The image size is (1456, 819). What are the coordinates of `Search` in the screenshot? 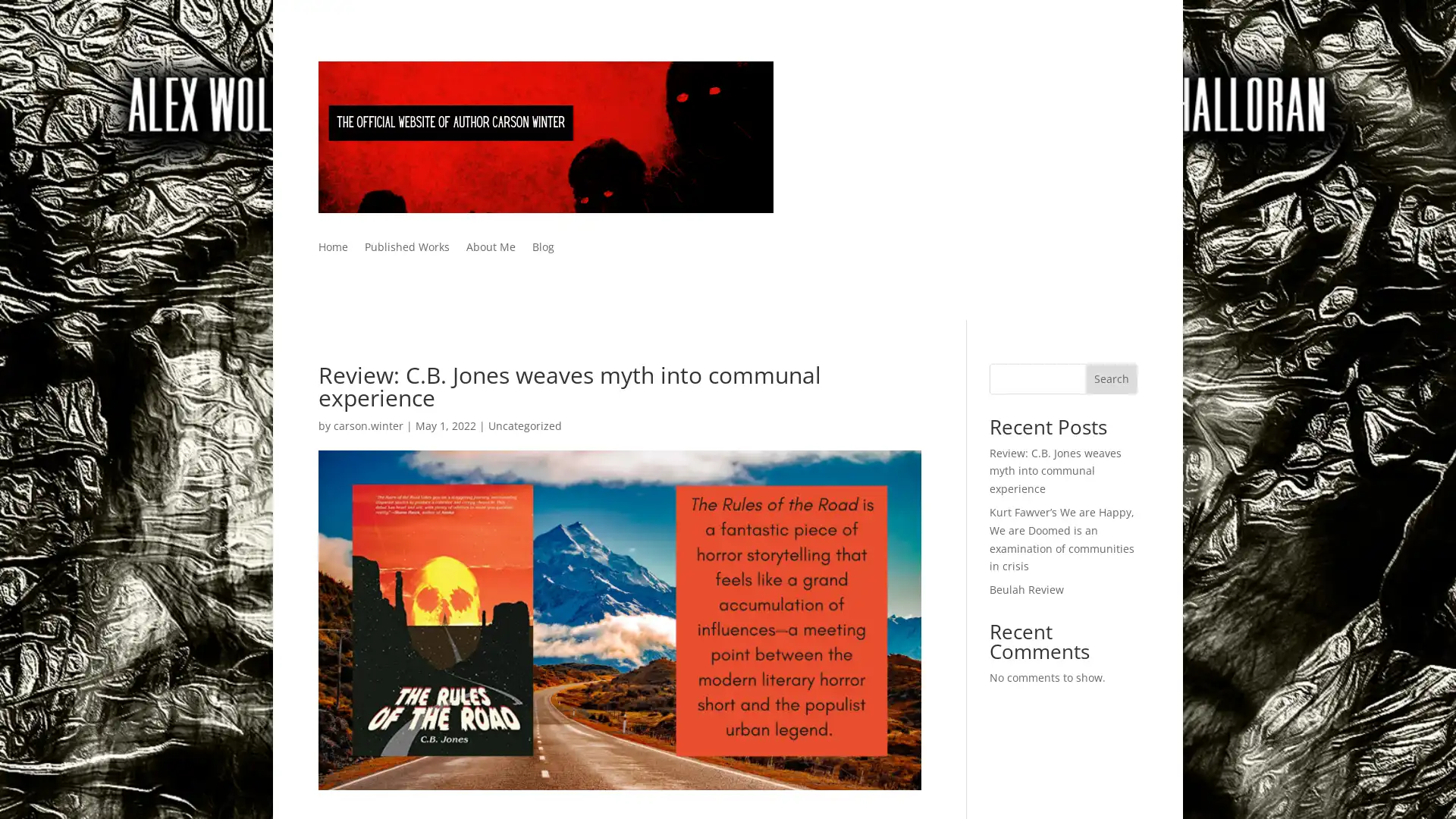 It's located at (1111, 377).